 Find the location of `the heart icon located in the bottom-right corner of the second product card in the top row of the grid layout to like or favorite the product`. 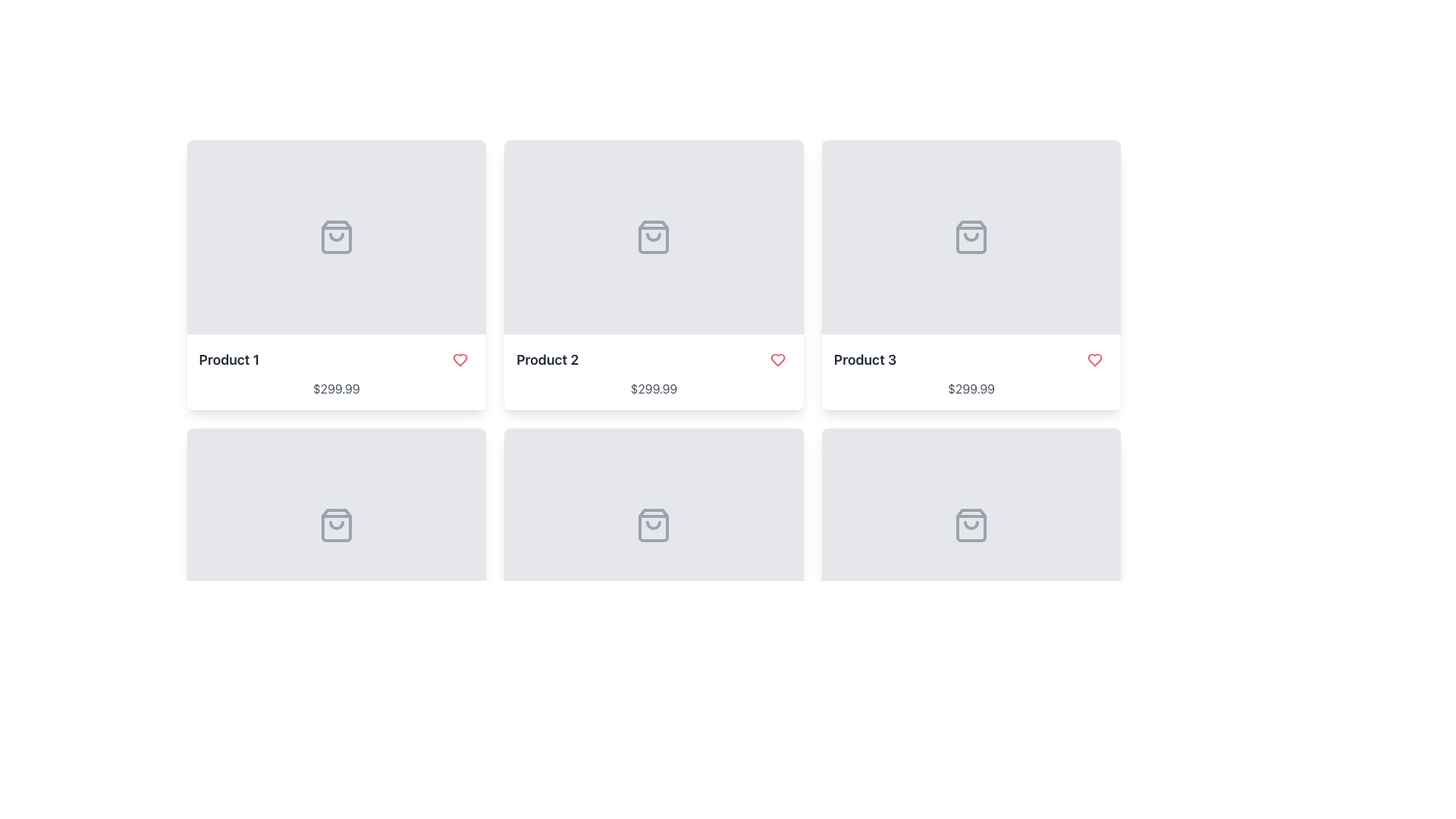

the heart icon located in the bottom-right corner of the second product card in the top row of the grid layout to like or favorite the product is located at coordinates (460, 359).